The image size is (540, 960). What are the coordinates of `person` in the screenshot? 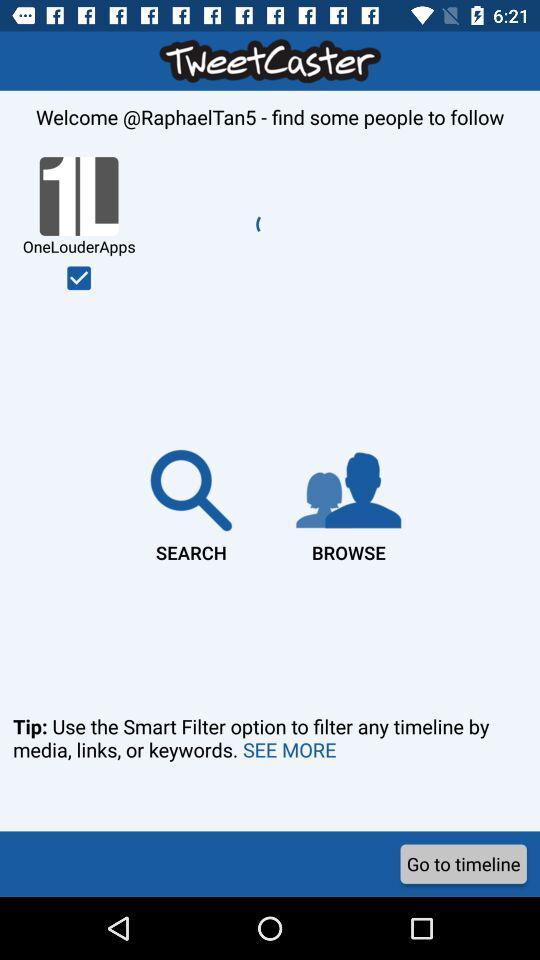 It's located at (78, 277).